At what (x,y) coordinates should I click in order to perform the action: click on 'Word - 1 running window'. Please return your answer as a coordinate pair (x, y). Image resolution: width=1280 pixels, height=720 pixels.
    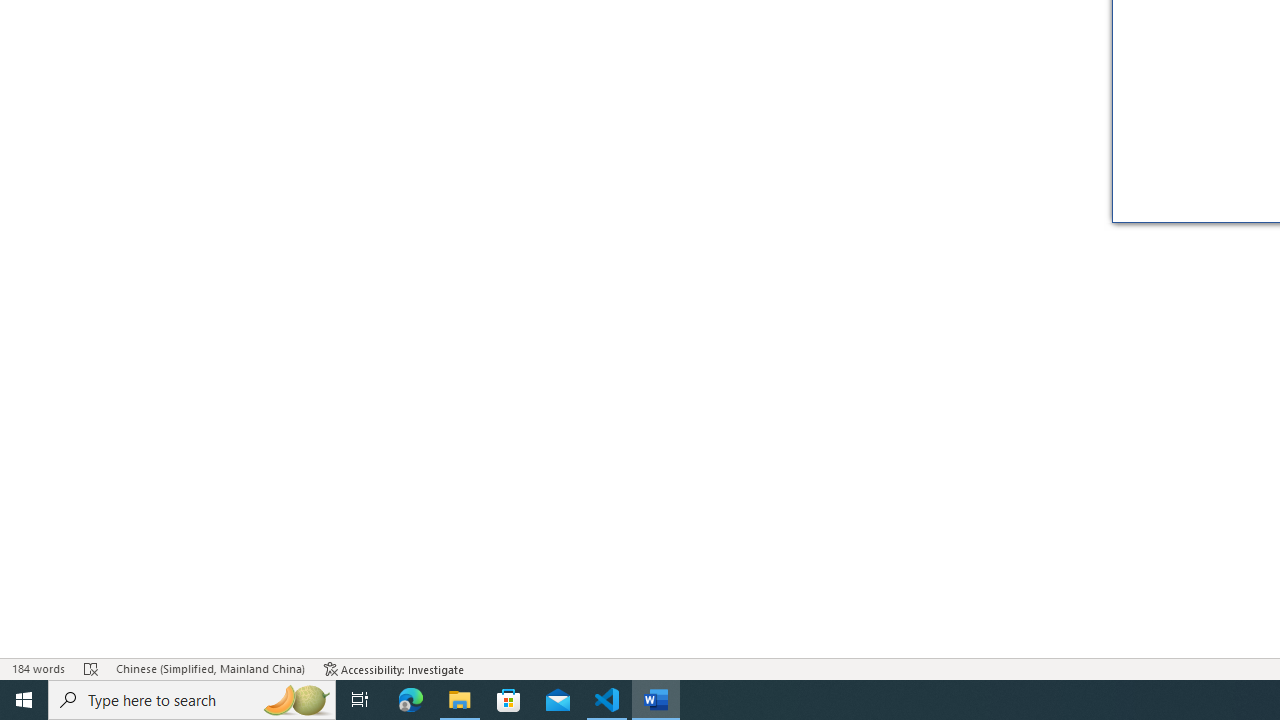
    Looking at the image, I should click on (656, 698).